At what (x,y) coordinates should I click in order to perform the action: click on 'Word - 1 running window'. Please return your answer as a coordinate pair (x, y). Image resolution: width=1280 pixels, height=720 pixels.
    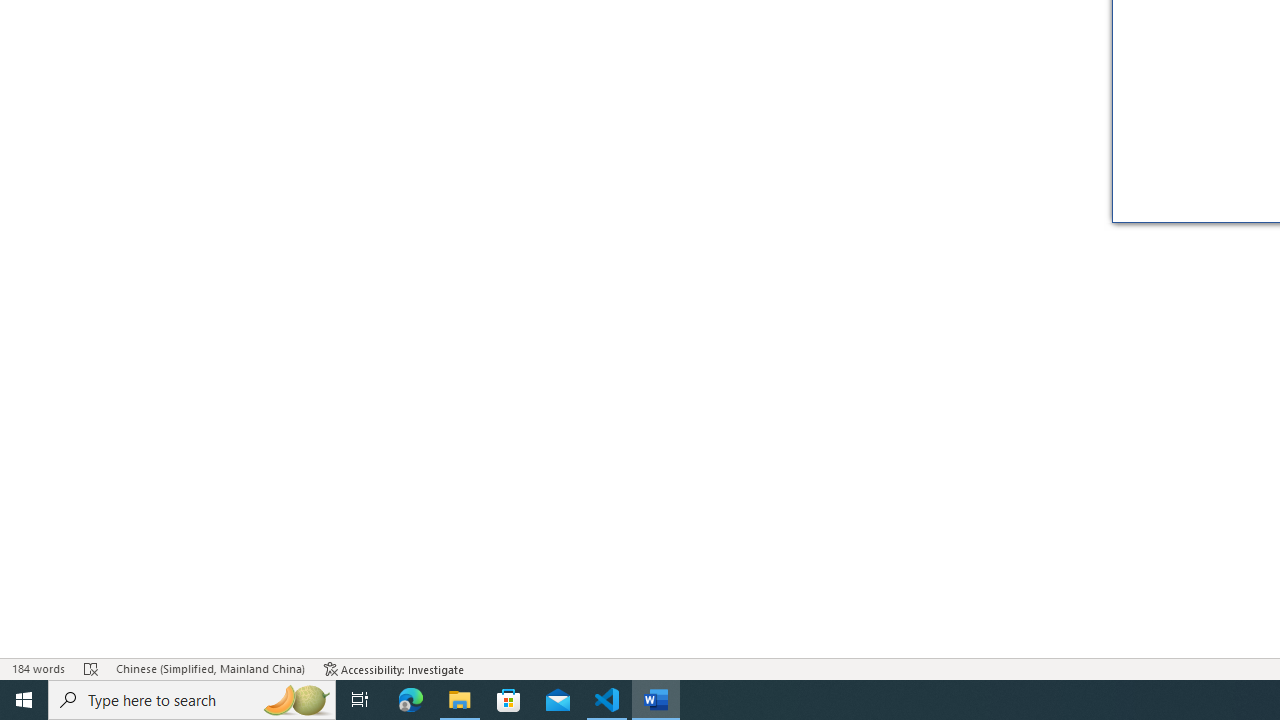
    Looking at the image, I should click on (656, 698).